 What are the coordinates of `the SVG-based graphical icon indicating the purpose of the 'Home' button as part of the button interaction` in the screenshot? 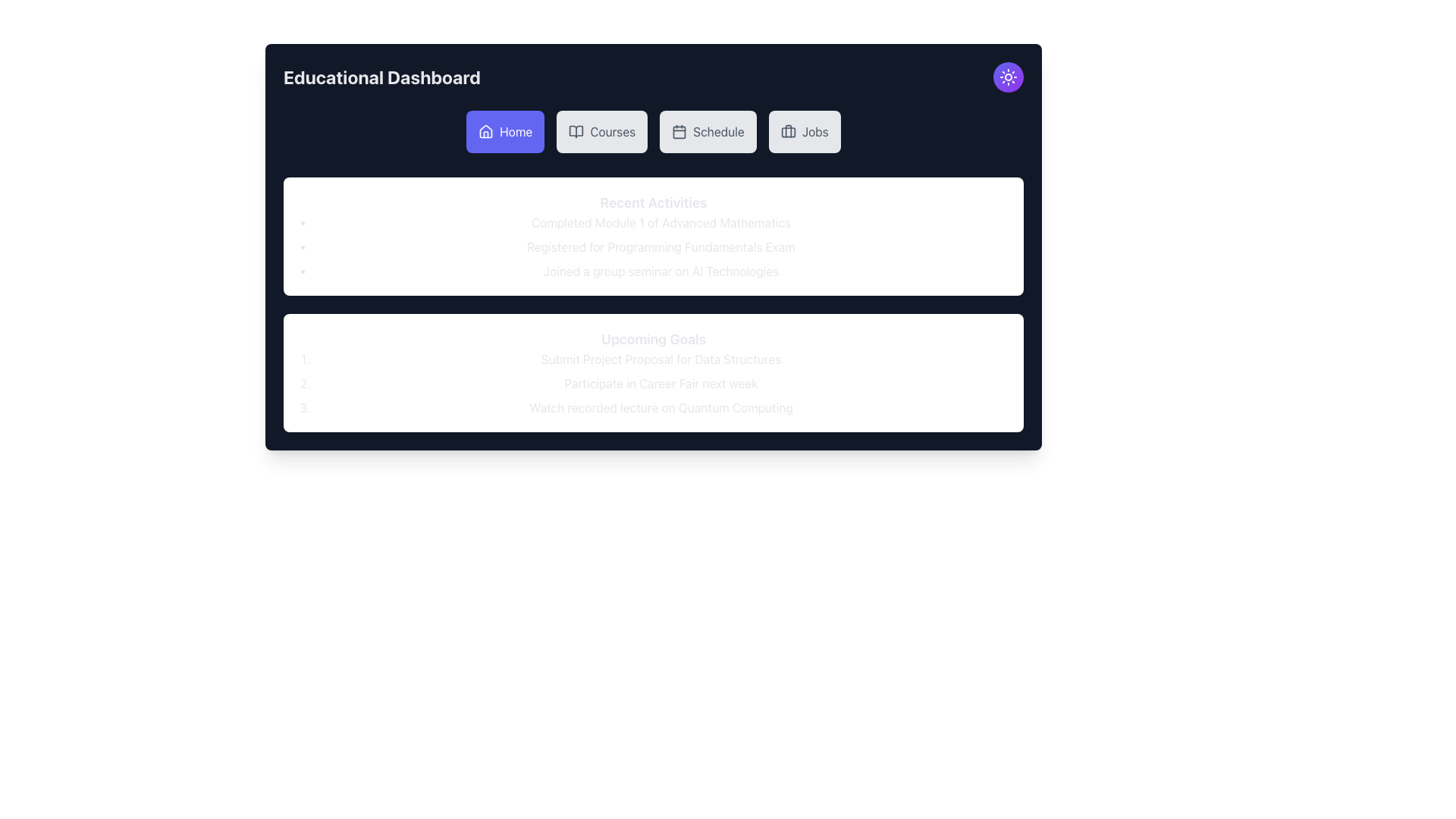 It's located at (486, 130).